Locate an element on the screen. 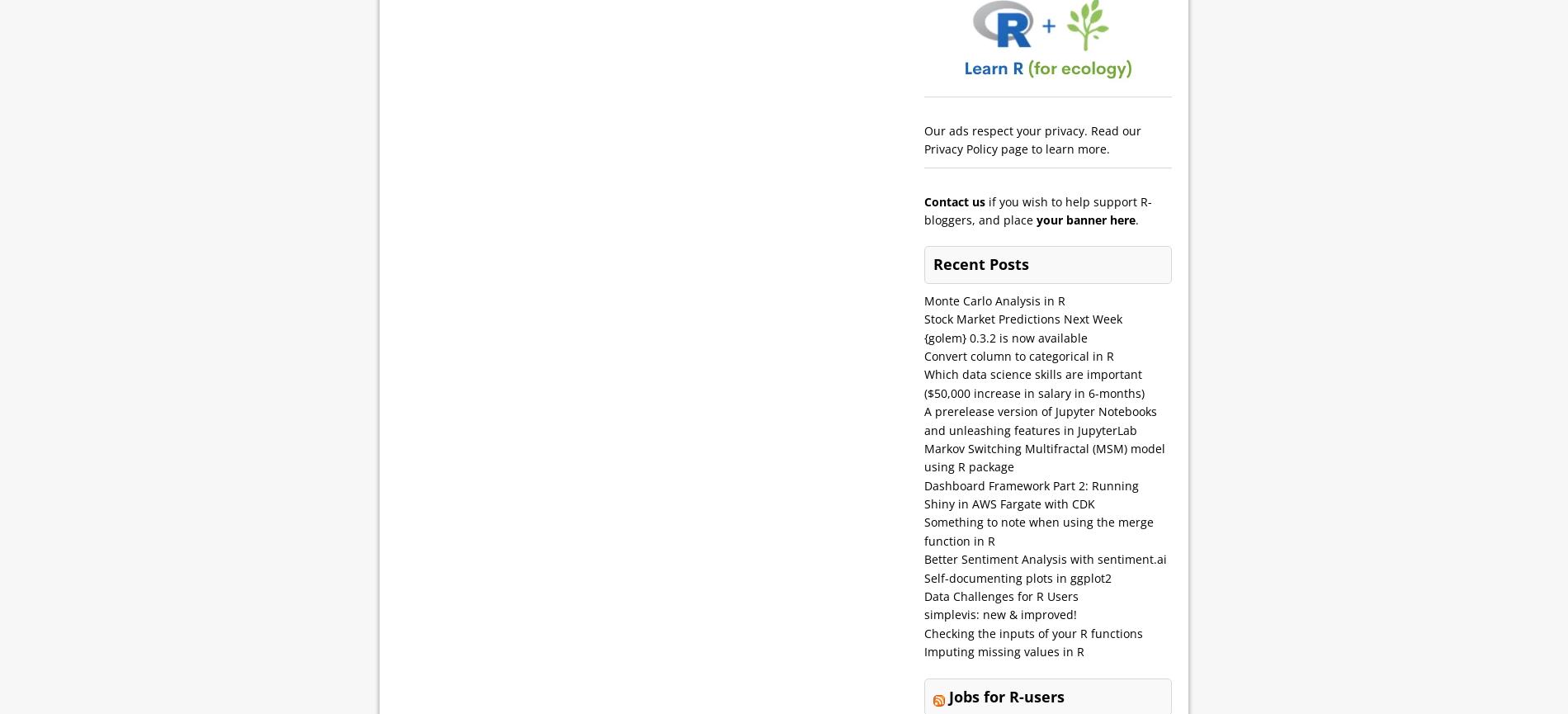 The image size is (1568, 714). 'Data Challenges for R Users' is located at coordinates (1000, 595).